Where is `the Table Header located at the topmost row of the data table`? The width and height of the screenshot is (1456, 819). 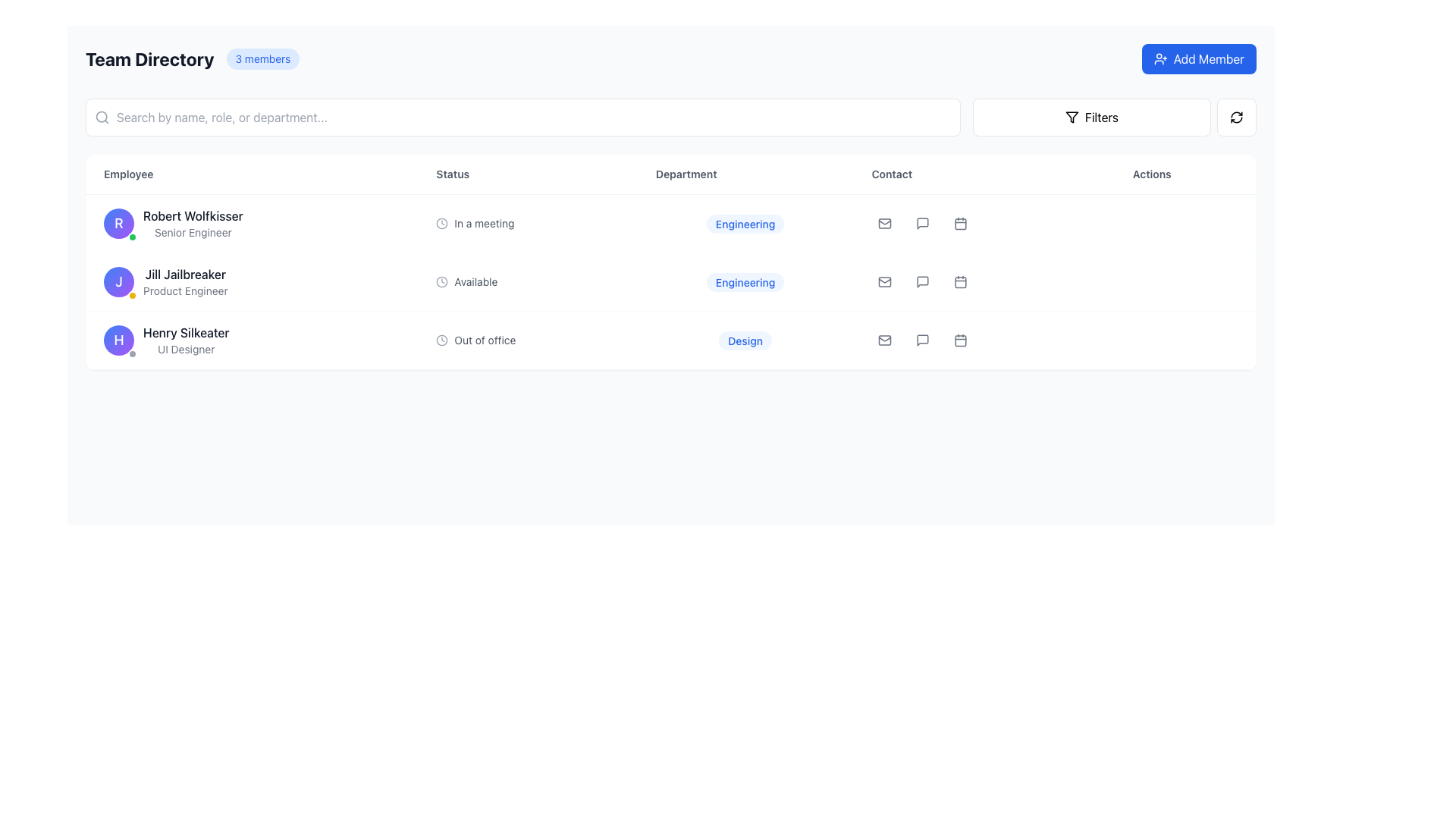
the Table Header located at the topmost row of the data table is located at coordinates (670, 174).